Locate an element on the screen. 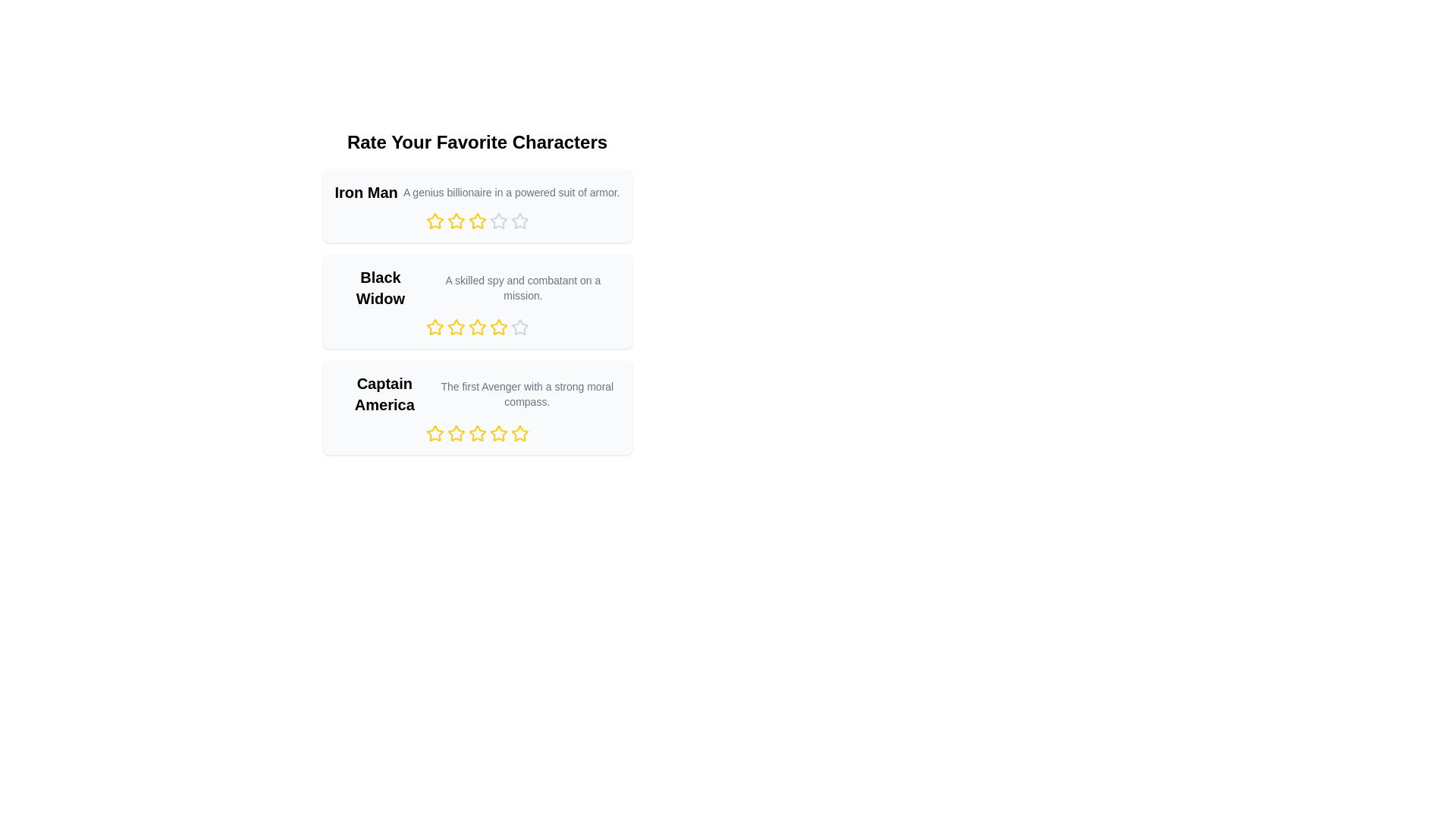 The height and width of the screenshot is (819, 1456). the bold and large-sized static text header displaying 'Rate Your Favorite Characters' located at the top of the interface is located at coordinates (476, 143).